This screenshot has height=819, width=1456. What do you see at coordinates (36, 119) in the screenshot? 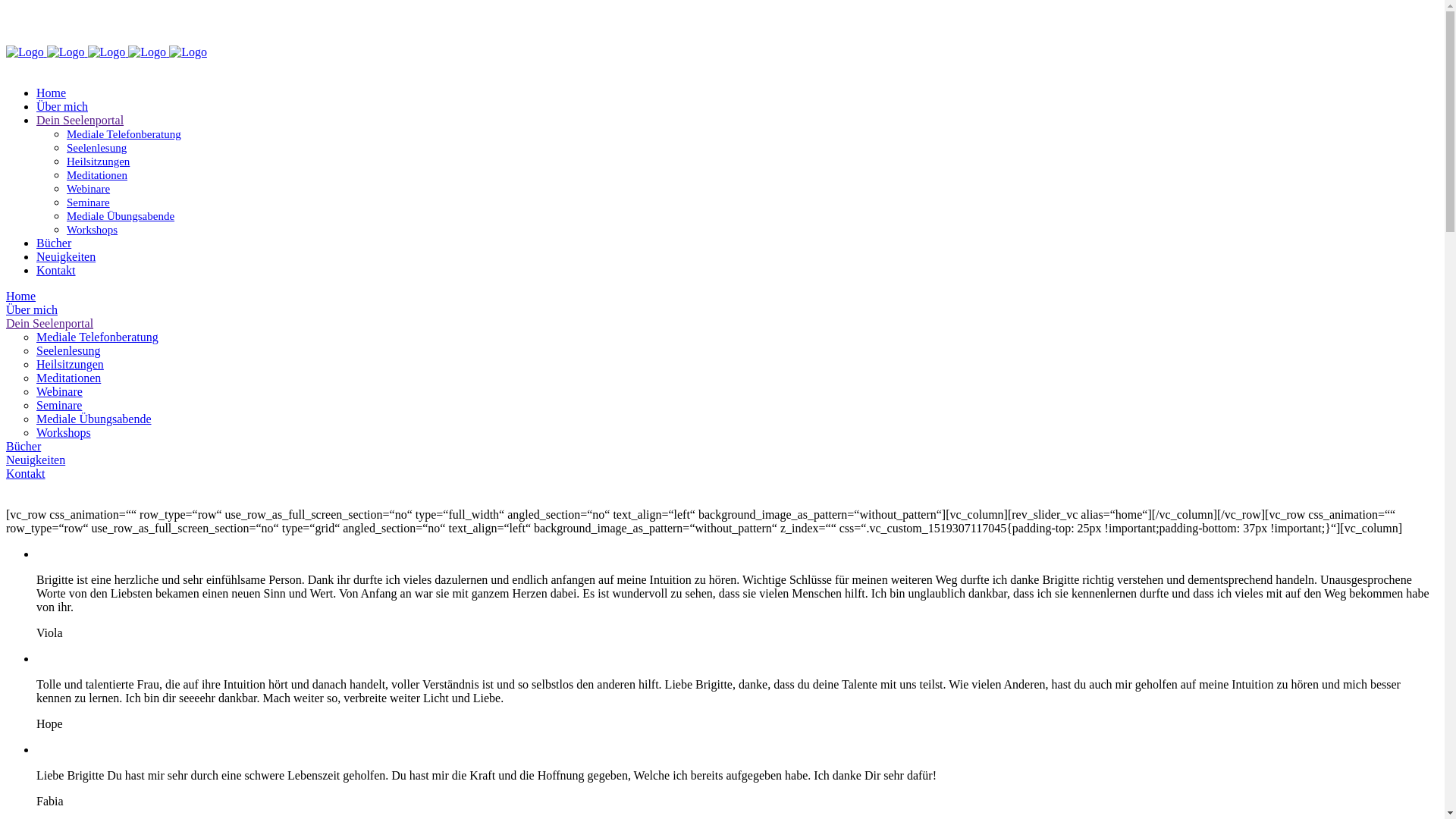
I see `'Dein Seelenportal'` at bounding box center [36, 119].